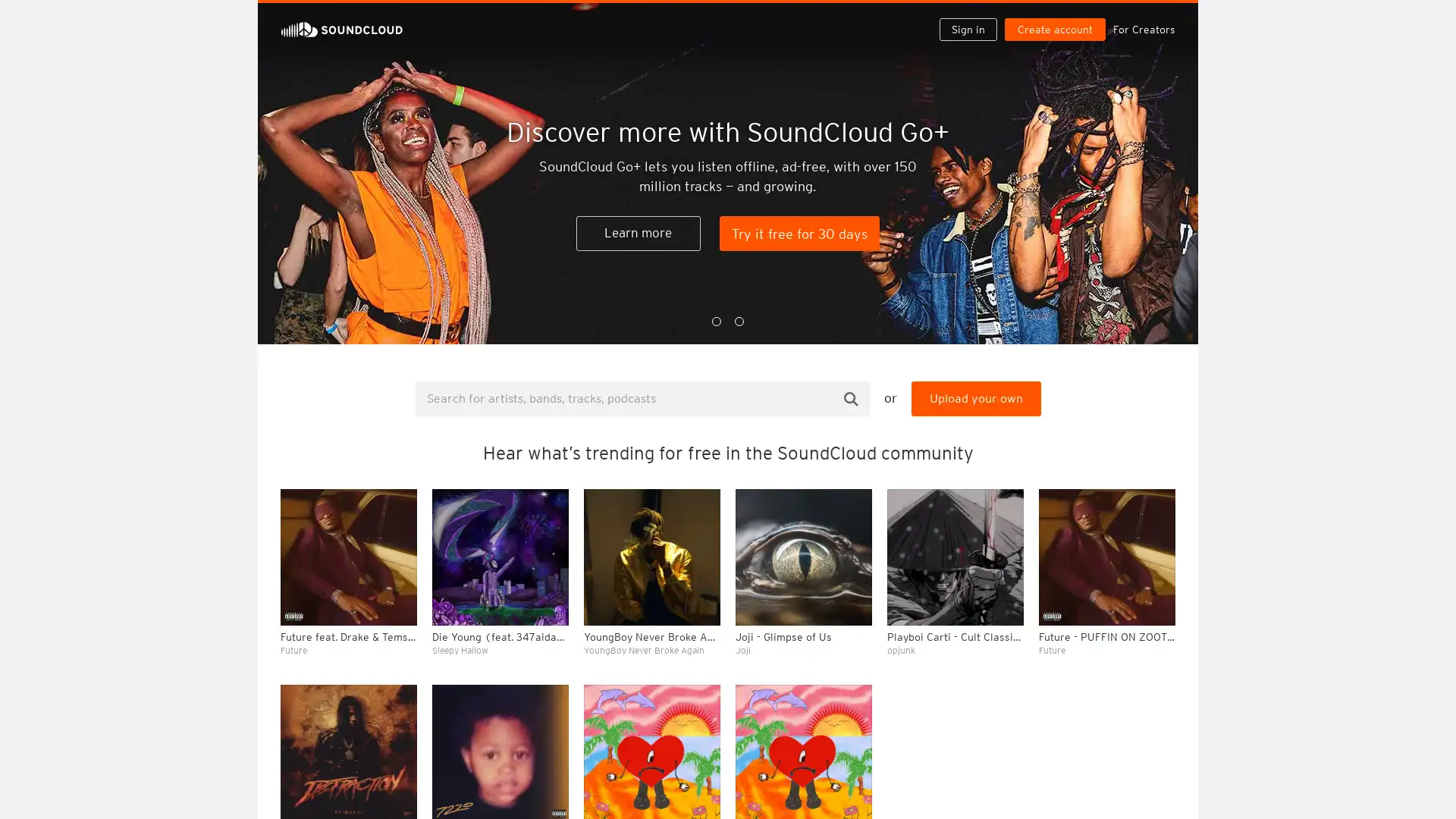 This screenshot has height=819, width=1456. What do you see at coordinates (1124, 414) in the screenshot?
I see `Clear` at bounding box center [1124, 414].